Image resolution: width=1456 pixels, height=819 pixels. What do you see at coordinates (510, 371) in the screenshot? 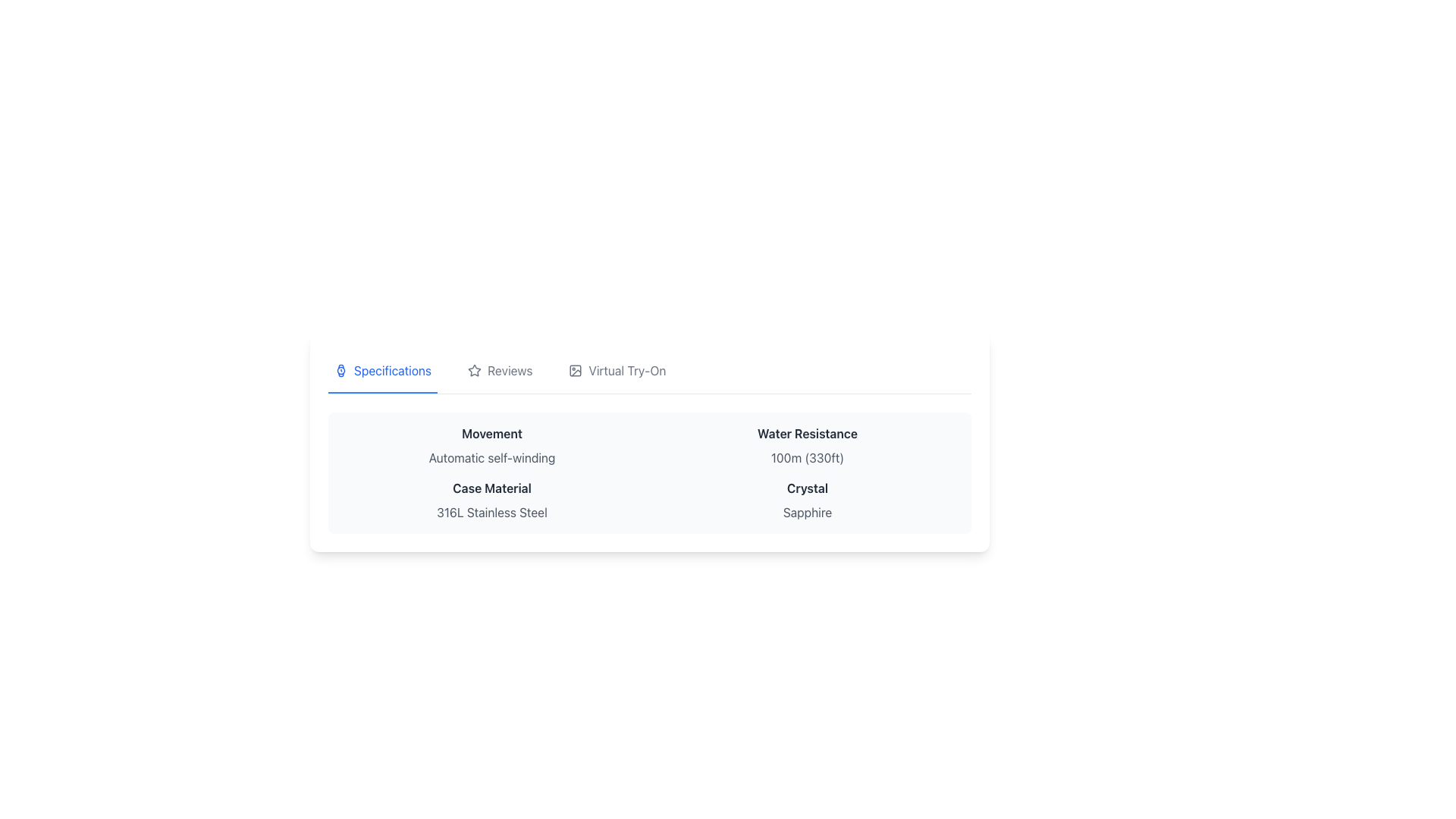
I see `the 'Reviews' text label within the navigational tab` at bounding box center [510, 371].